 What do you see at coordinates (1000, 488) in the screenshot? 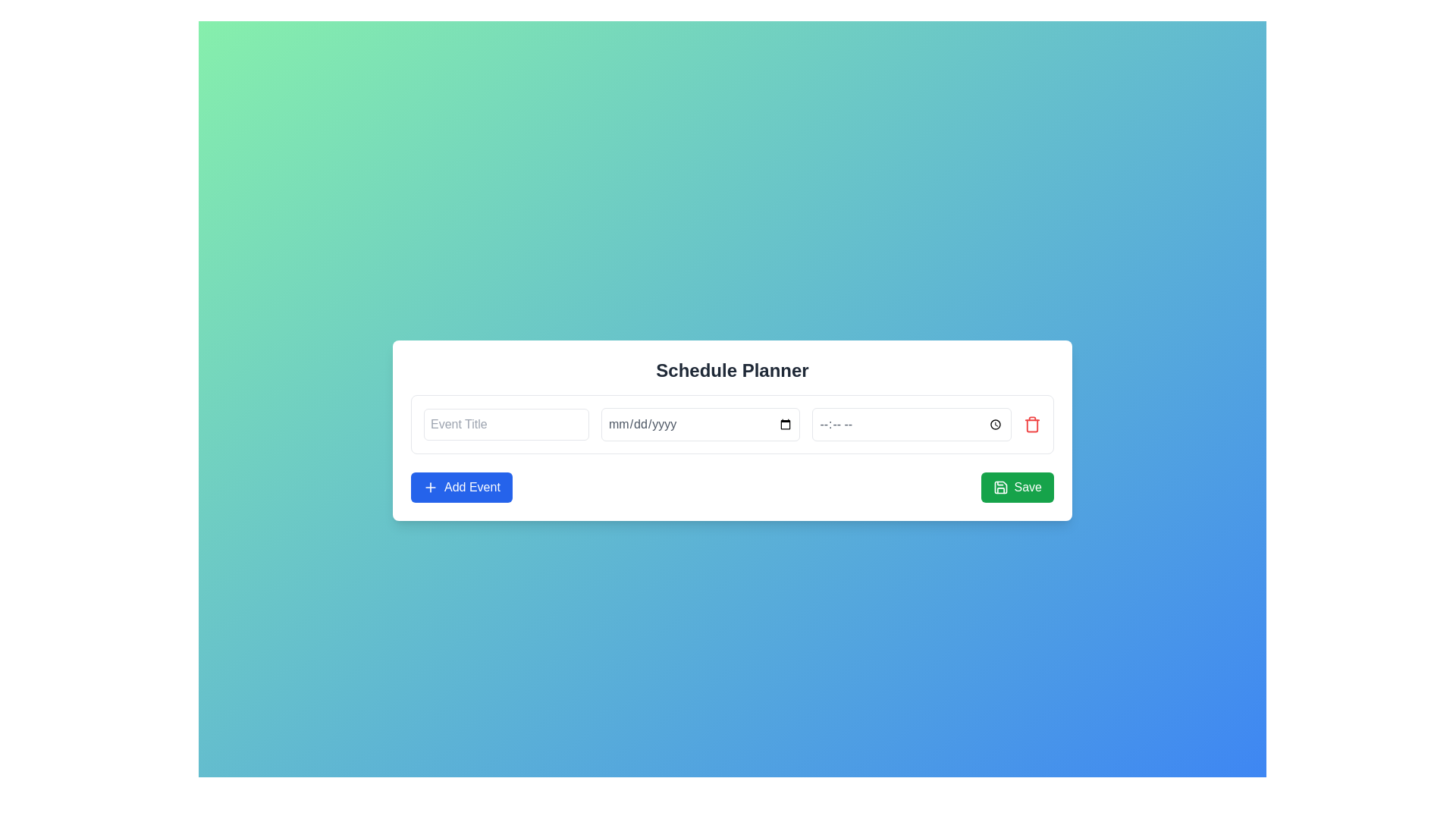
I see `the save icon, which is a white stylized floppy disk outline located within the green 'Save' button at the bottom-right corner of the modal` at bounding box center [1000, 488].